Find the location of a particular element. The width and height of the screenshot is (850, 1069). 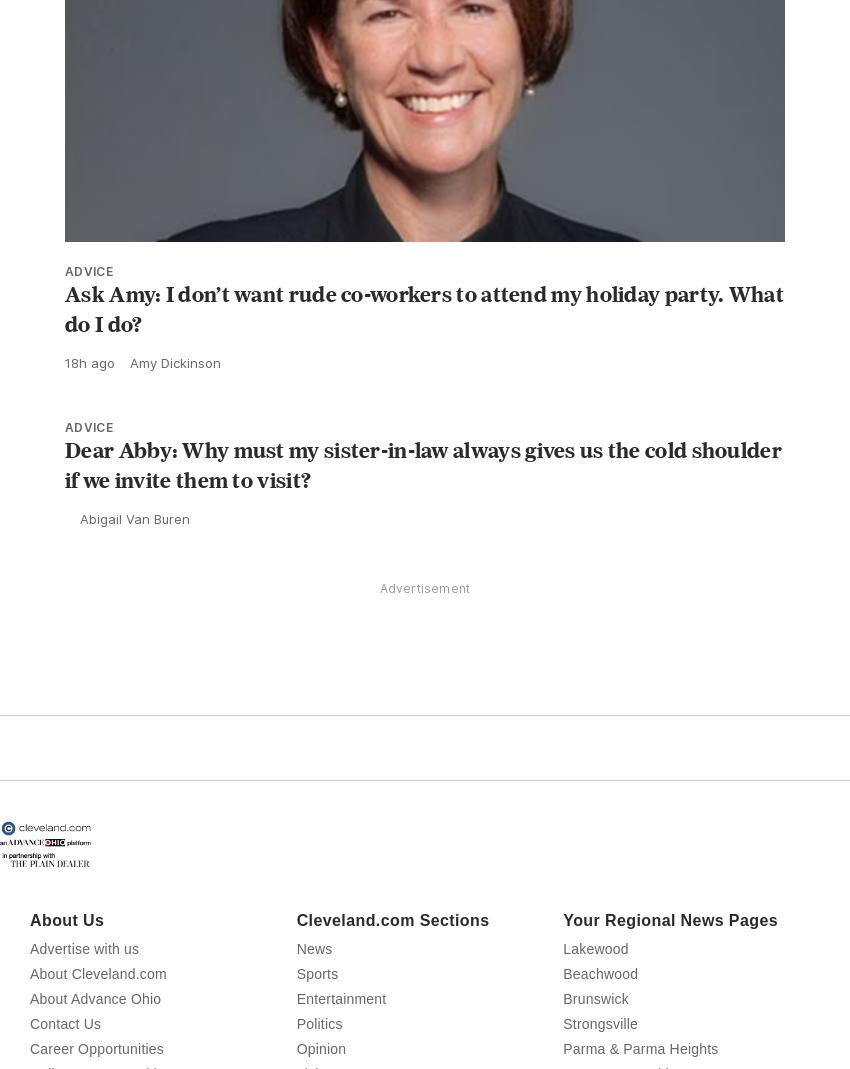

'Advertise with us' is located at coordinates (84, 992).